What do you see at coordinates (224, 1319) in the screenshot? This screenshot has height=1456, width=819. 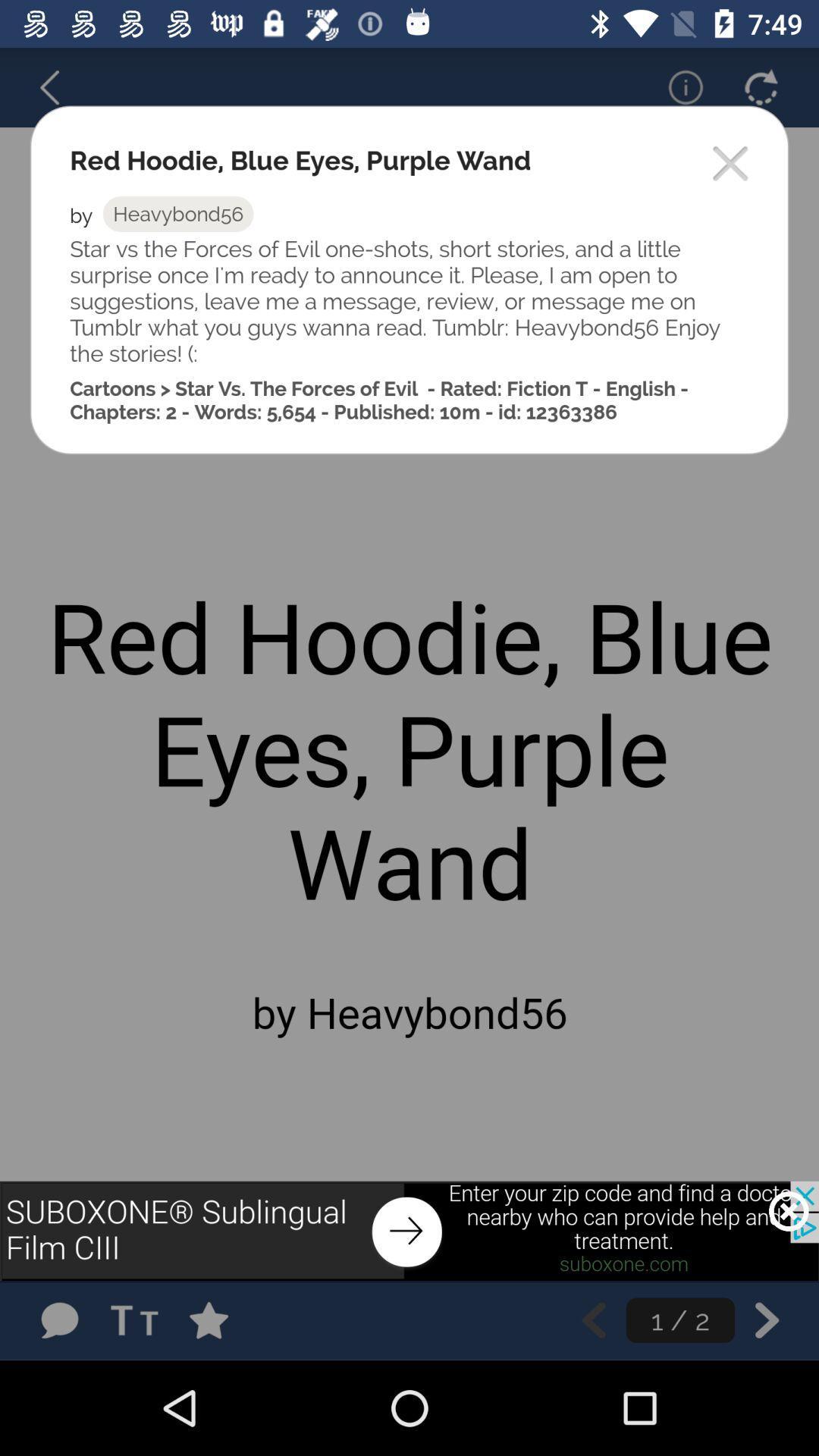 I see `story to favorites` at bounding box center [224, 1319].